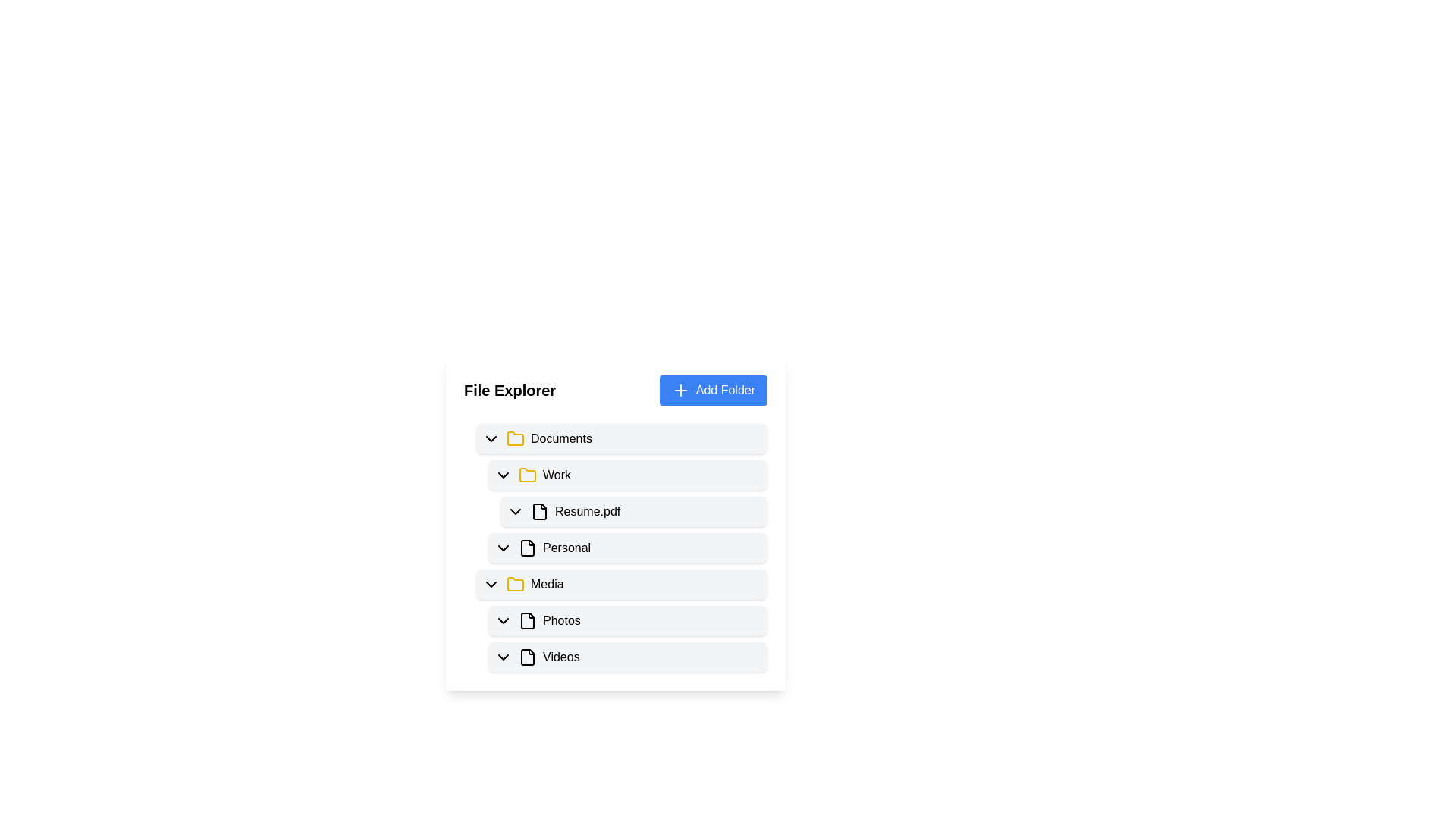 This screenshot has height=819, width=1456. I want to click on the 'Personal' folder in the File Explorer, so click(615, 544).